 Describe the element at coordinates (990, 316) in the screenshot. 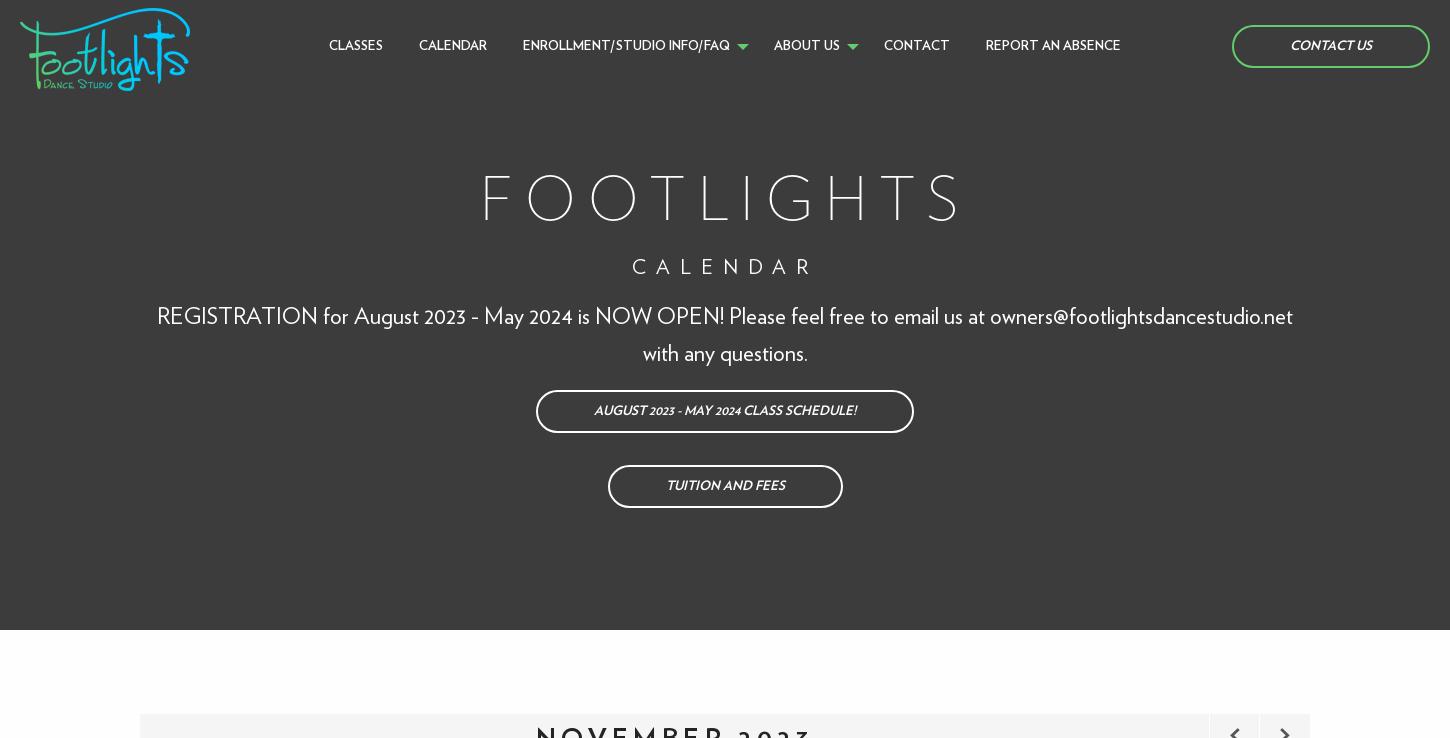

I see `'owners@footlightsdancestudio.net'` at that location.